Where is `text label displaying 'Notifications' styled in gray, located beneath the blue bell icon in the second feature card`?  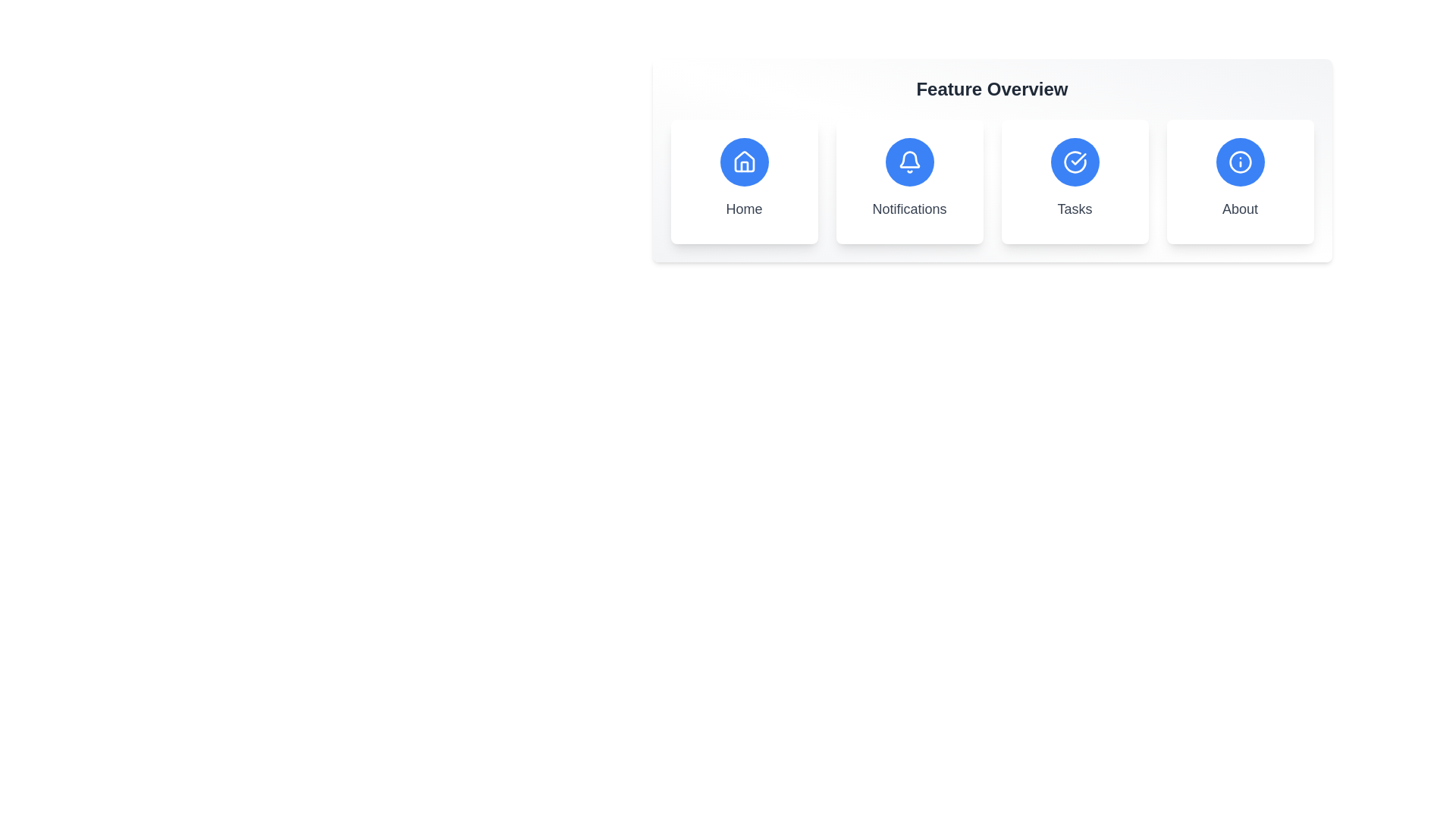 text label displaying 'Notifications' styled in gray, located beneath the blue bell icon in the second feature card is located at coordinates (909, 209).